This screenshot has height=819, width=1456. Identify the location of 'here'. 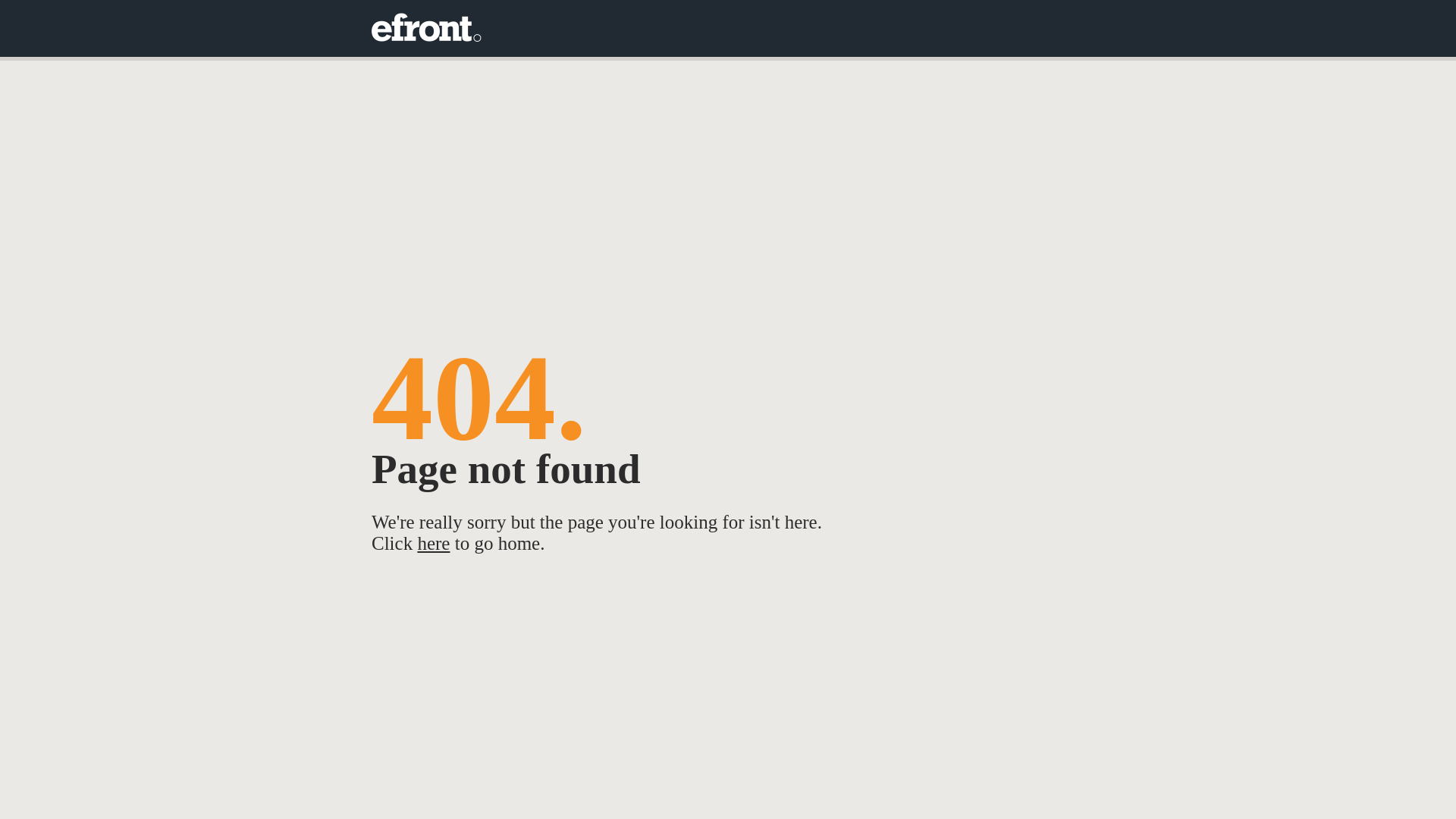
(417, 542).